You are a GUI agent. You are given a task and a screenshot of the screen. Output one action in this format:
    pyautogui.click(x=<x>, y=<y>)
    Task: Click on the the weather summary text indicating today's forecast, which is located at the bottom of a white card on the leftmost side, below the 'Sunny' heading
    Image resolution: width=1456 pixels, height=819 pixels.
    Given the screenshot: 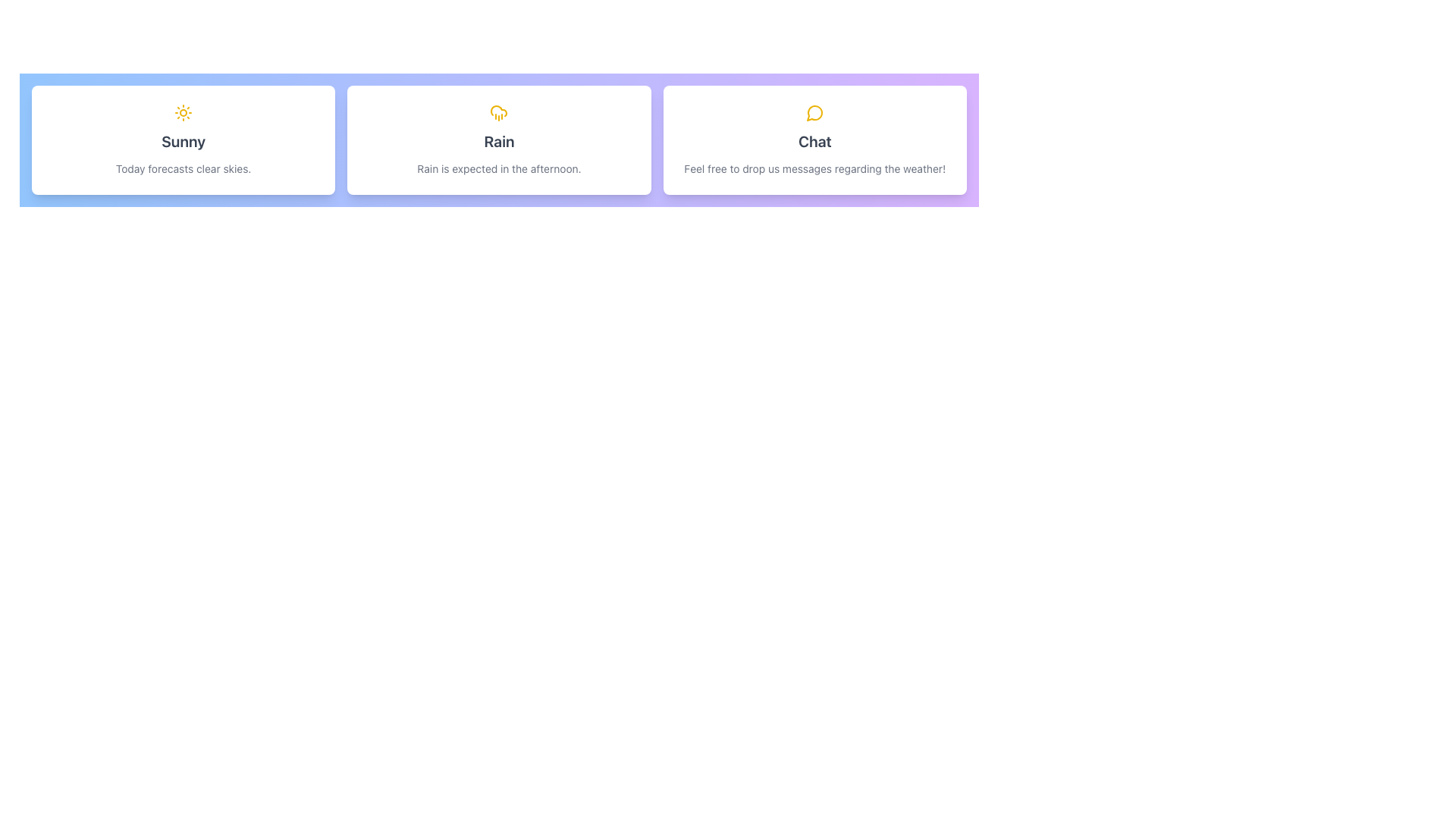 What is the action you would take?
    pyautogui.click(x=183, y=169)
    